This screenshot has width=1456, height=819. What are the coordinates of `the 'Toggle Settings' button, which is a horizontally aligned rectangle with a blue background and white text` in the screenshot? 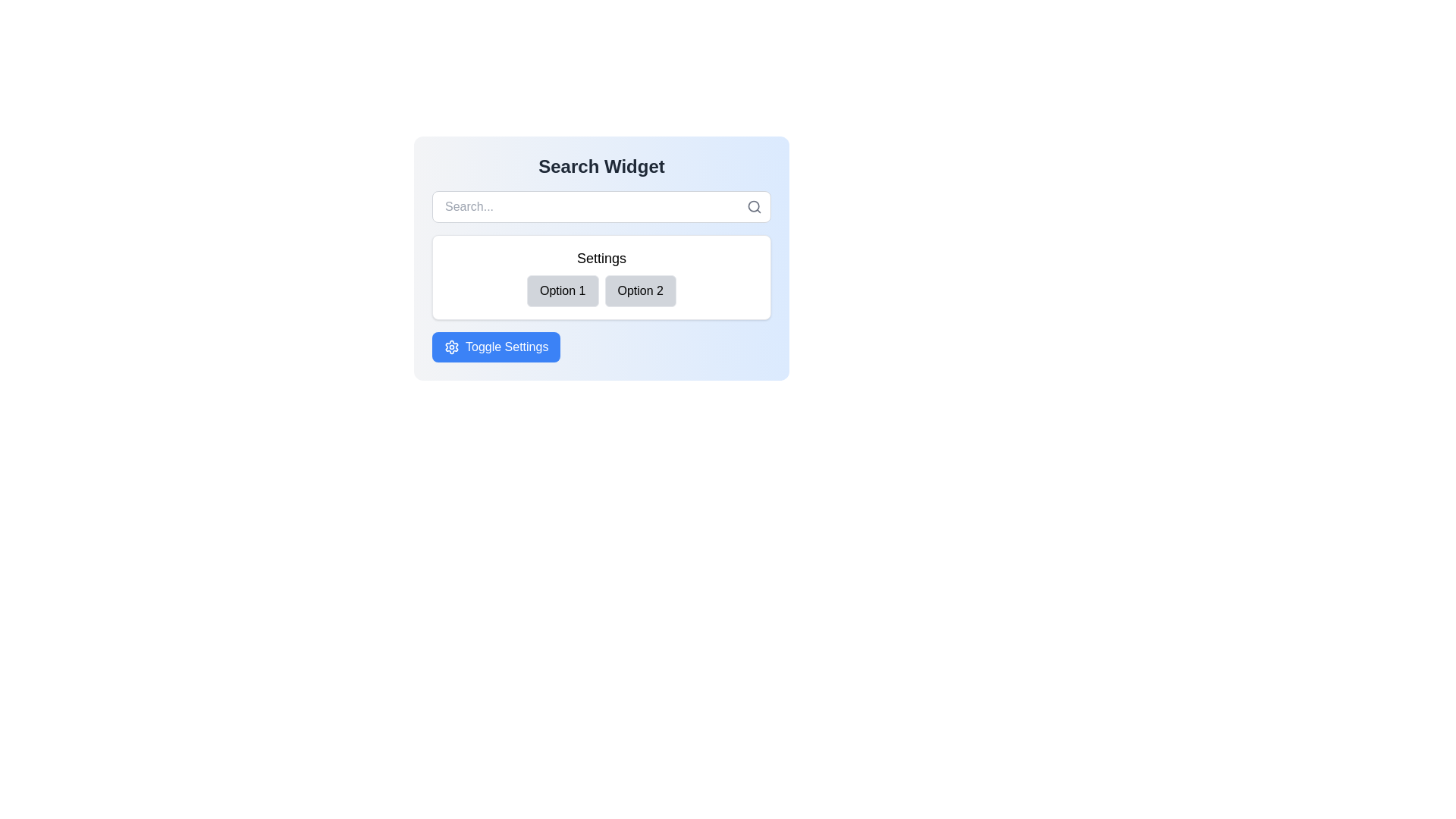 It's located at (496, 347).